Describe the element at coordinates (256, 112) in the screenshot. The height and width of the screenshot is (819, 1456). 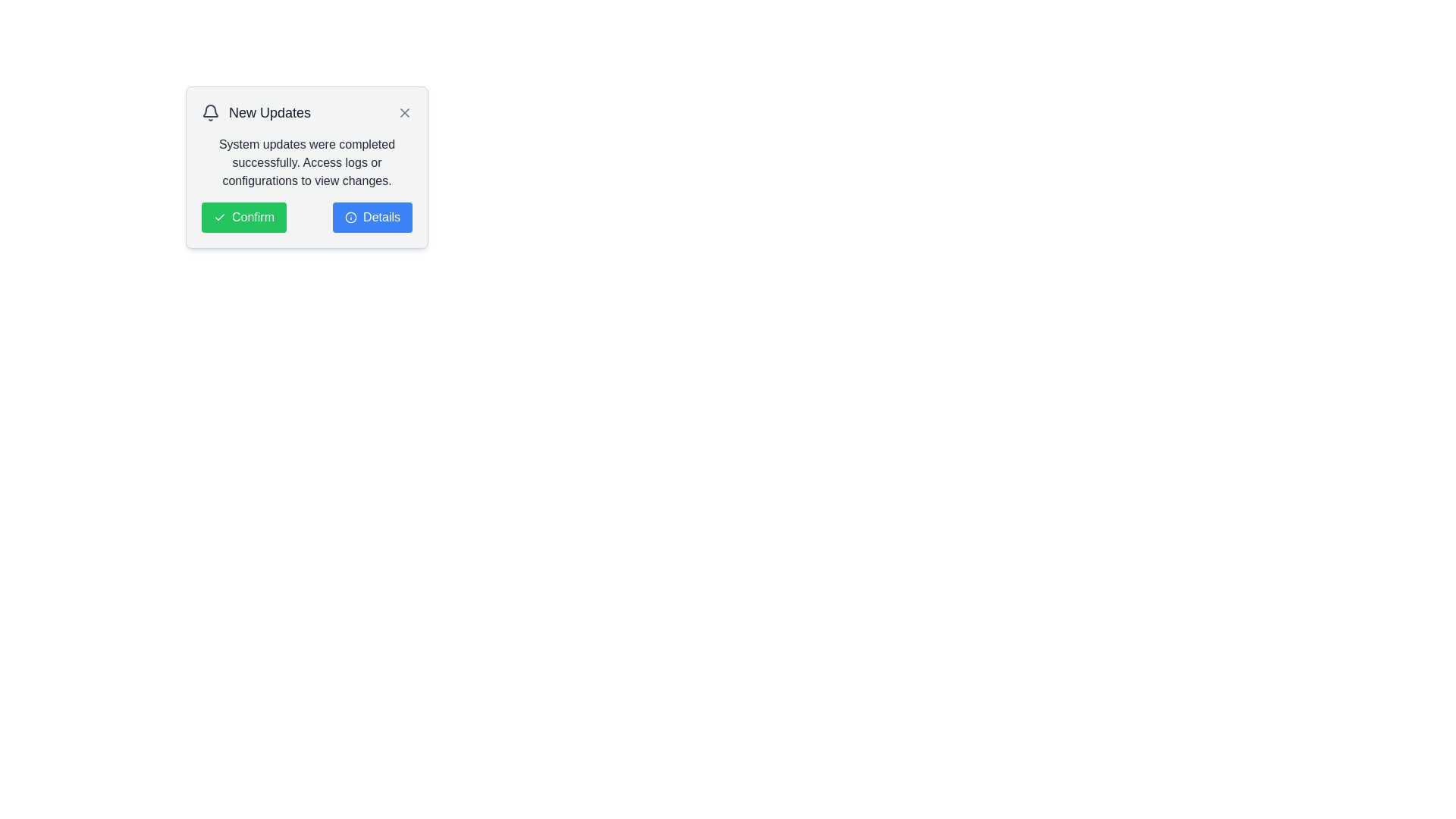
I see `the 'New Updates' text label, which is displayed in bold next to a notification bell icon in the upper-left portion of the pop-up dialog` at that location.